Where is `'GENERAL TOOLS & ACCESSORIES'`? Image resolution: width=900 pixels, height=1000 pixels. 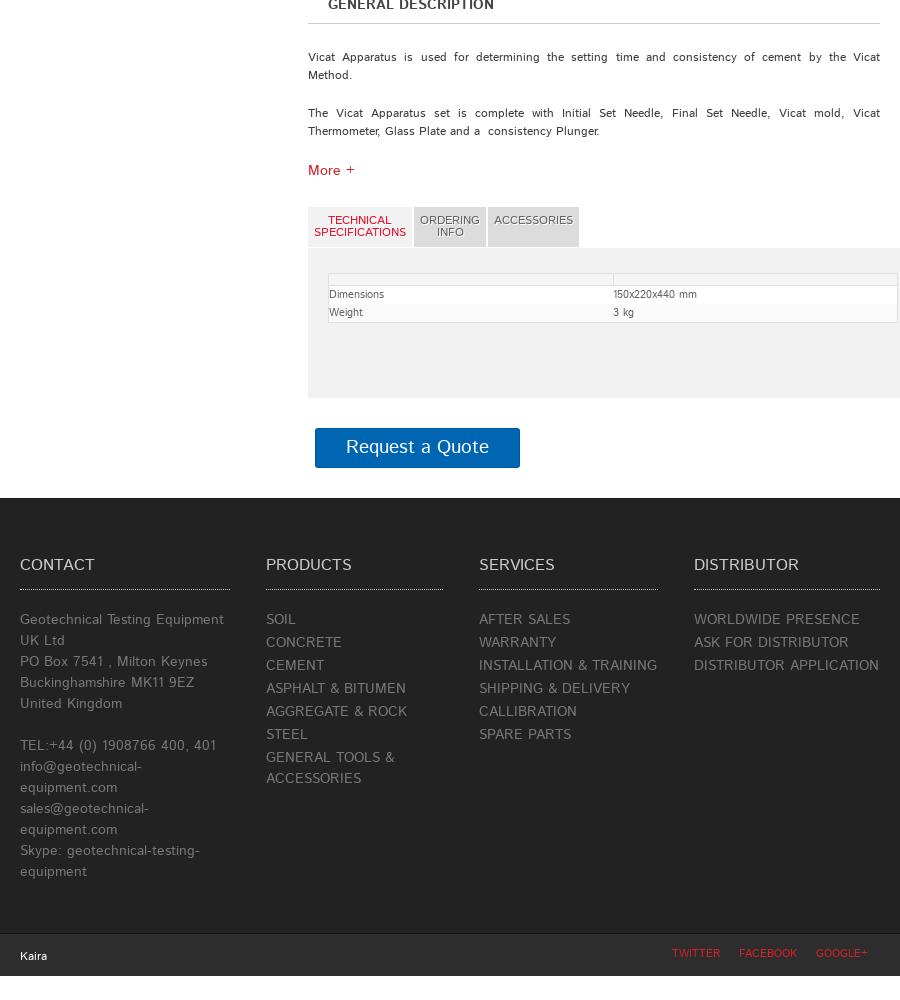 'GENERAL TOOLS & ACCESSORIES' is located at coordinates (265, 768).